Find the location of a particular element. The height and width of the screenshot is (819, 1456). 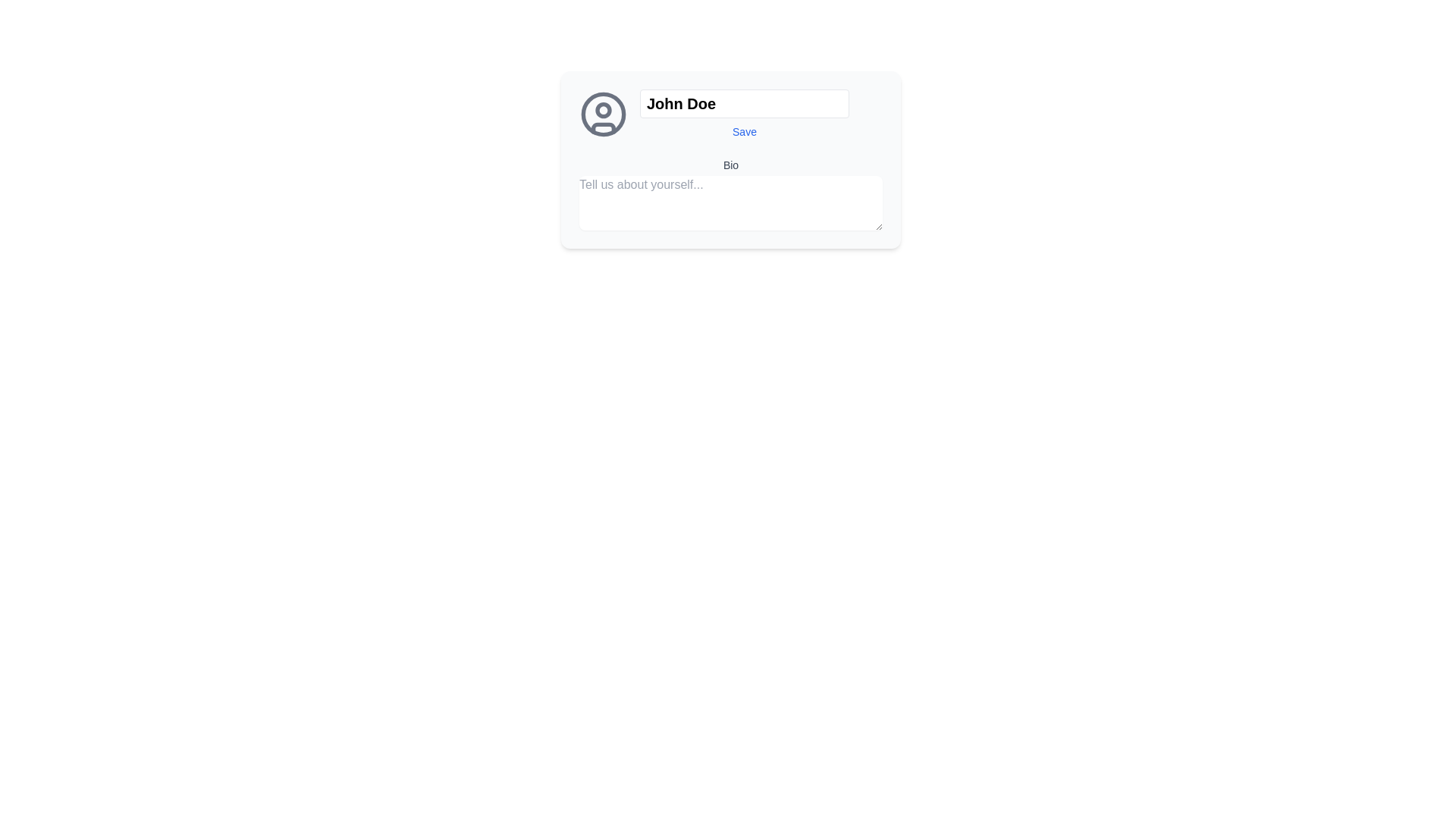

the graphical indicator located at the center top of the circular avatar icon in the user profile section, which represents a notification or status indicator is located at coordinates (603, 109).